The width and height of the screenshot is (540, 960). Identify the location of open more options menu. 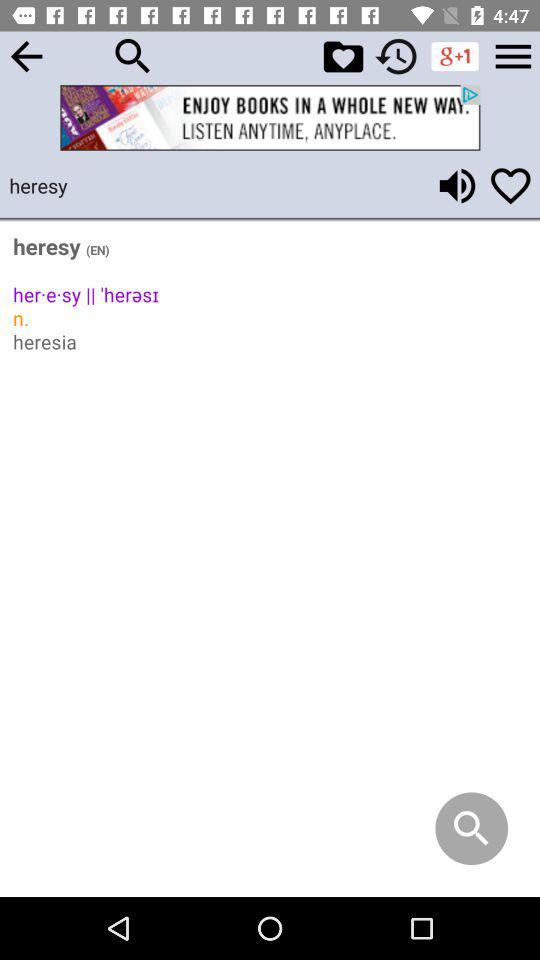
(513, 55).